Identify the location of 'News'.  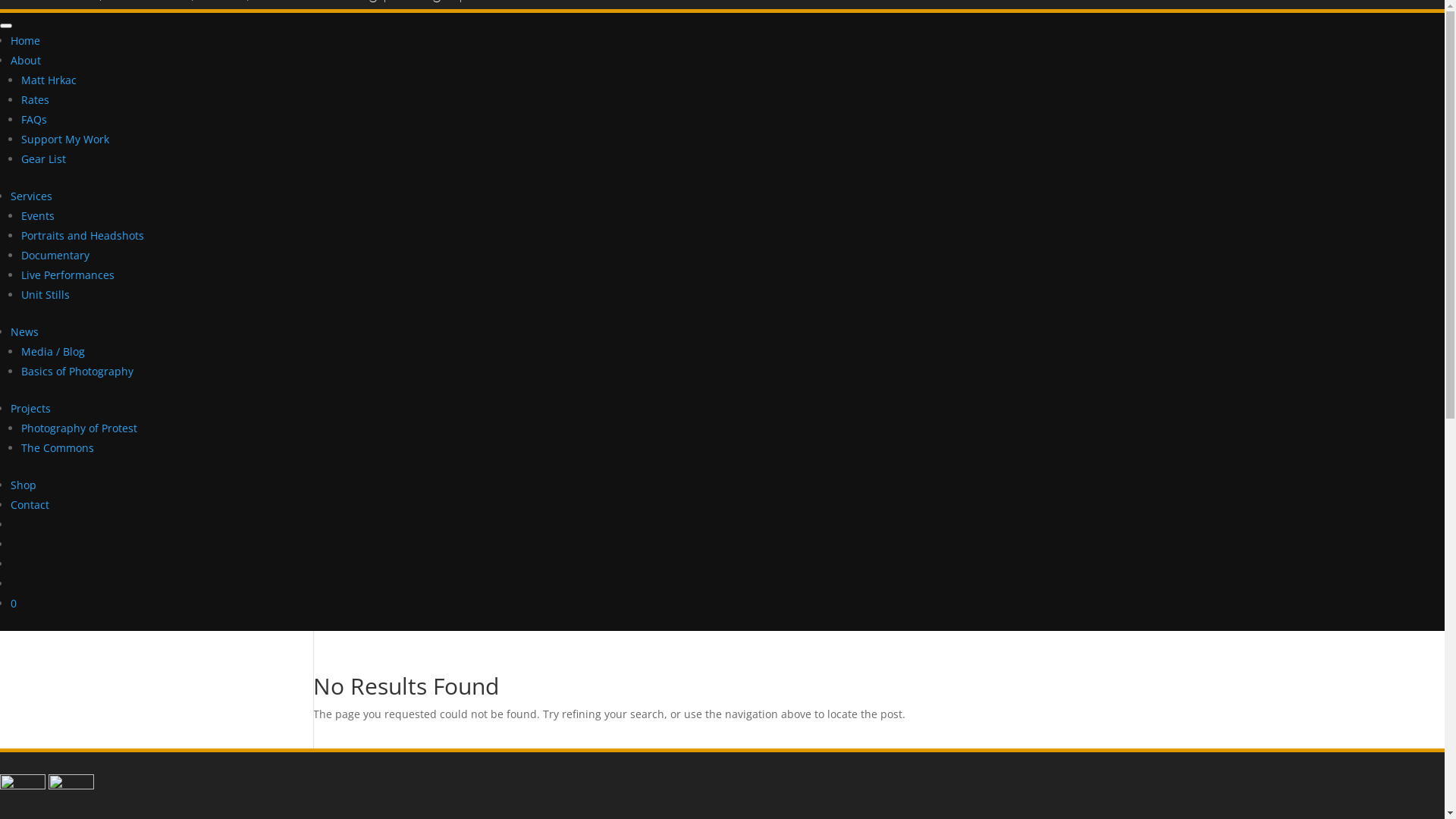
(24, 331).